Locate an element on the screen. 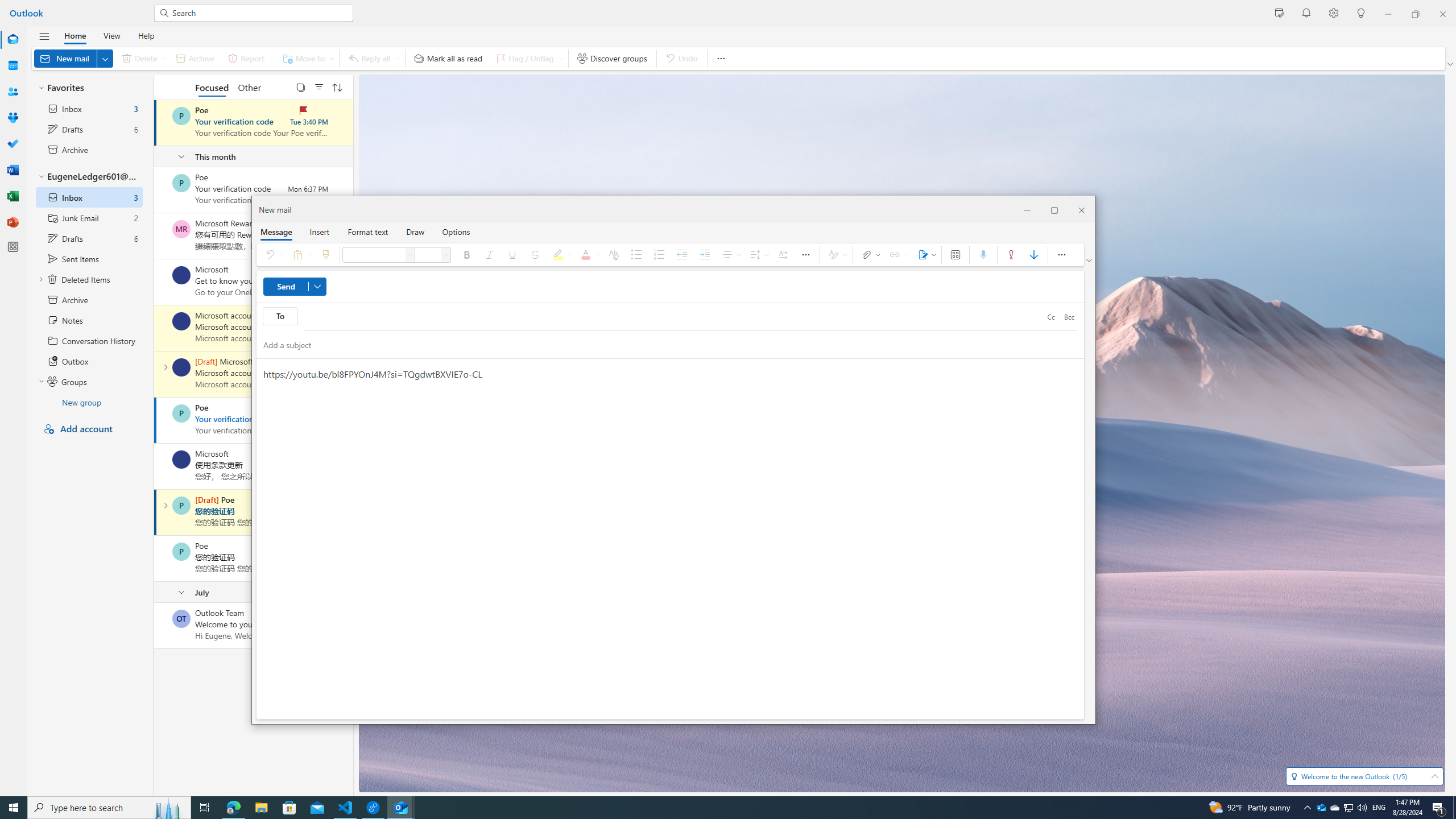 This screenshot has width=1456, height=819. 'Increase indent' is located at coordinates (705, 254).